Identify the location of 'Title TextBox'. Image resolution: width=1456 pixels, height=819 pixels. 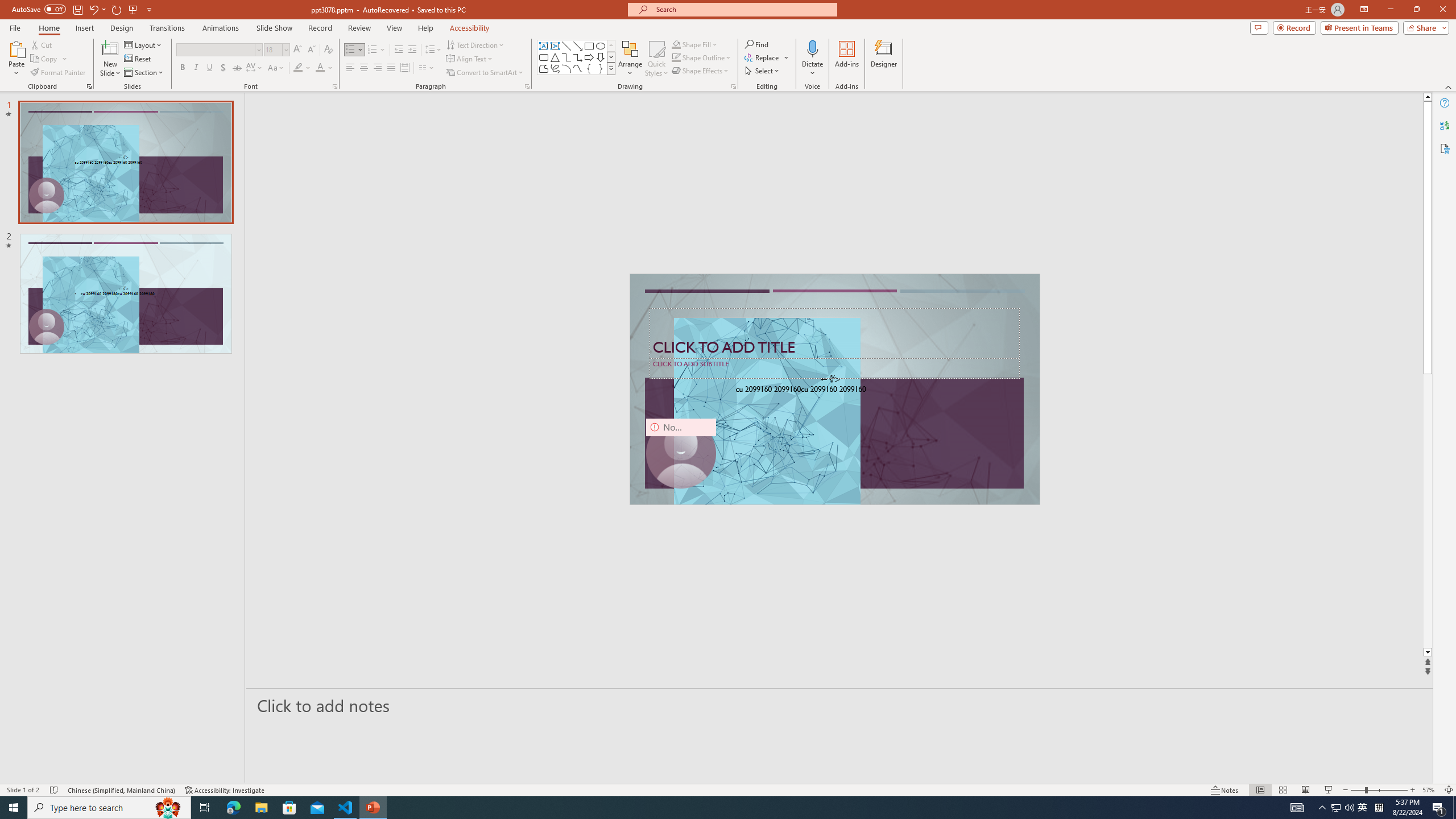
(834, 333).